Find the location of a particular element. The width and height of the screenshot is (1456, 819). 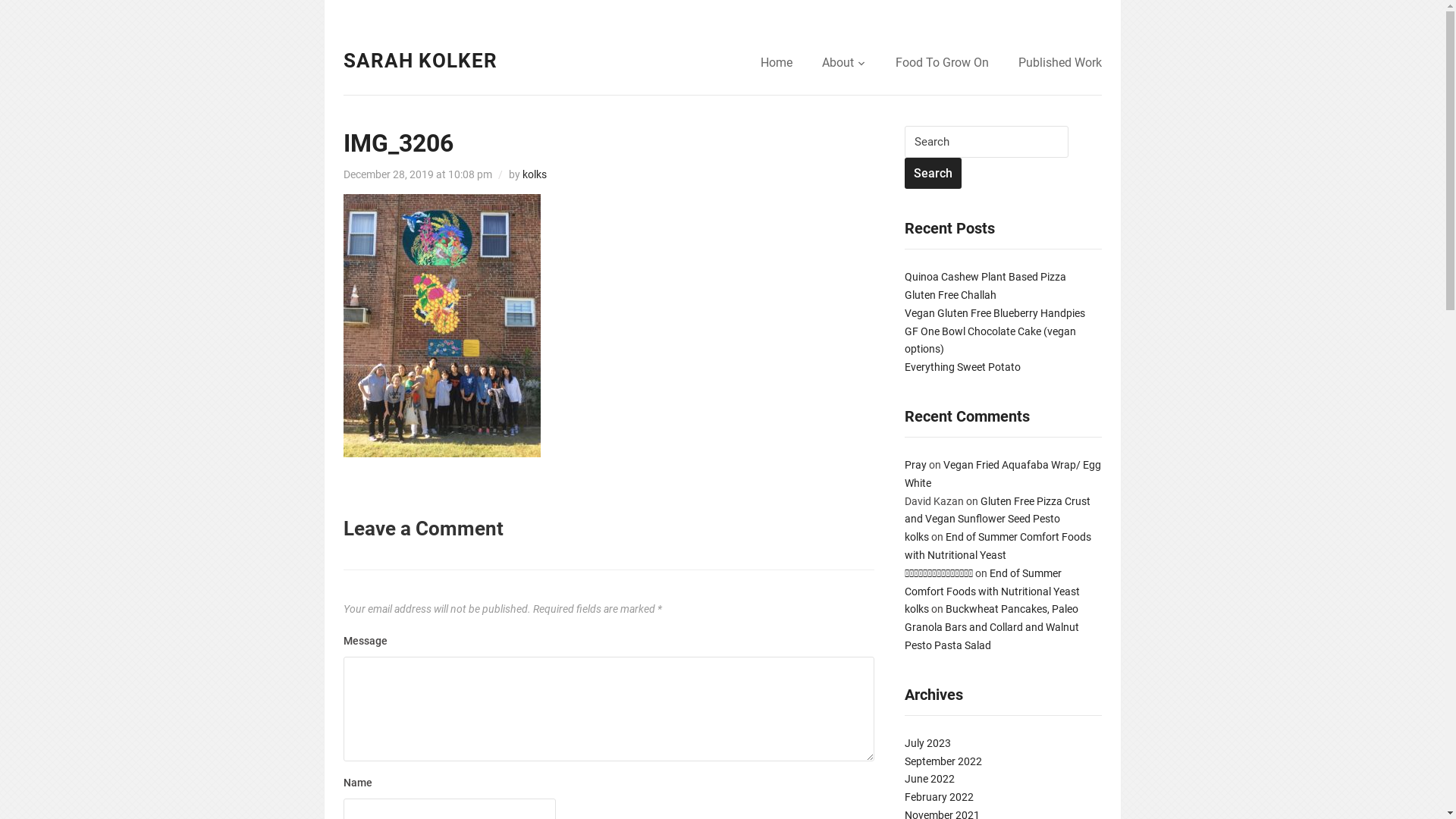

'Everything Sweet Potato' is located at coordinates (961, 366).